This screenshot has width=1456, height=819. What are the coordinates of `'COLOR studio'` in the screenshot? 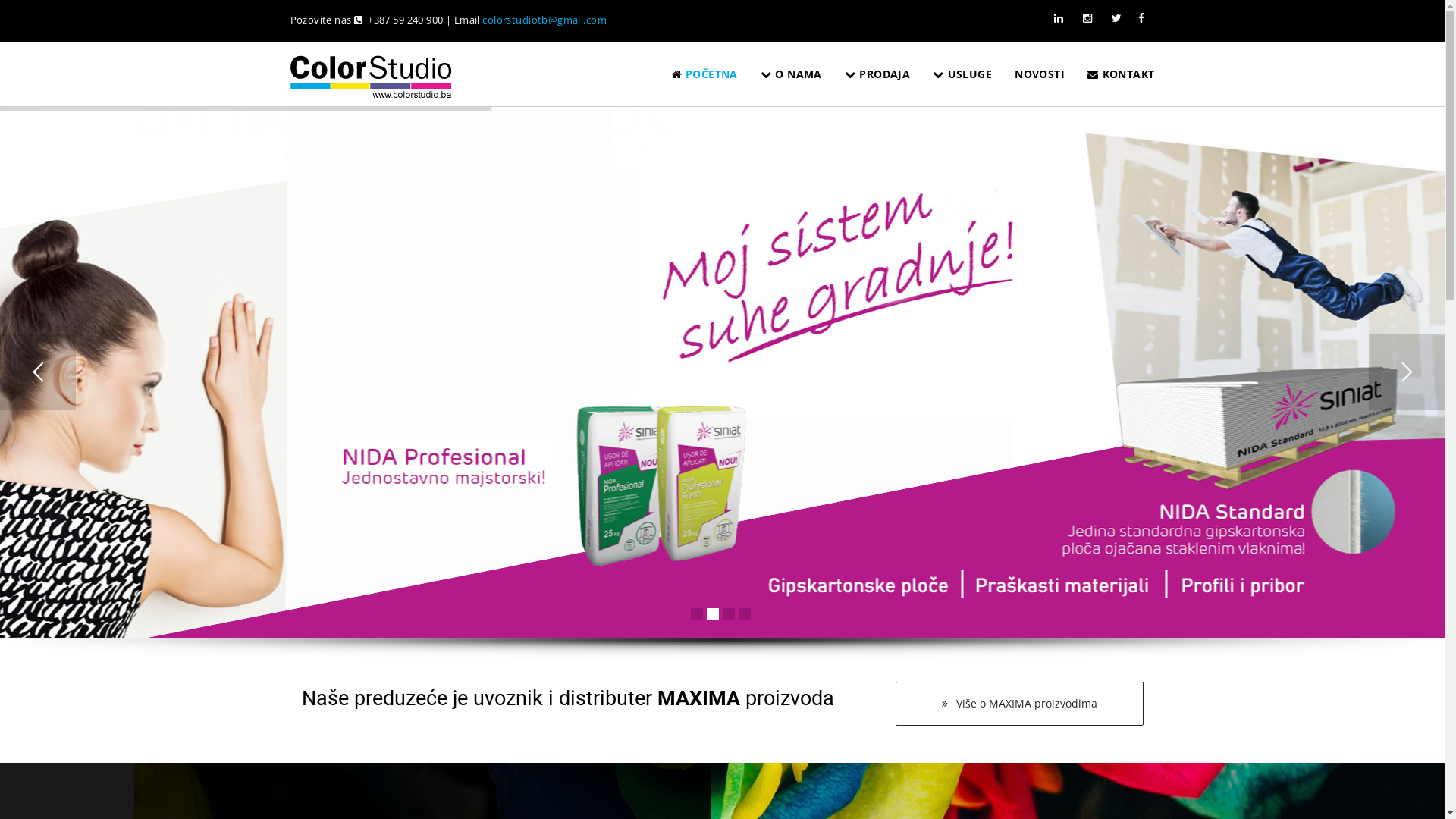 It's located at (371, 79).